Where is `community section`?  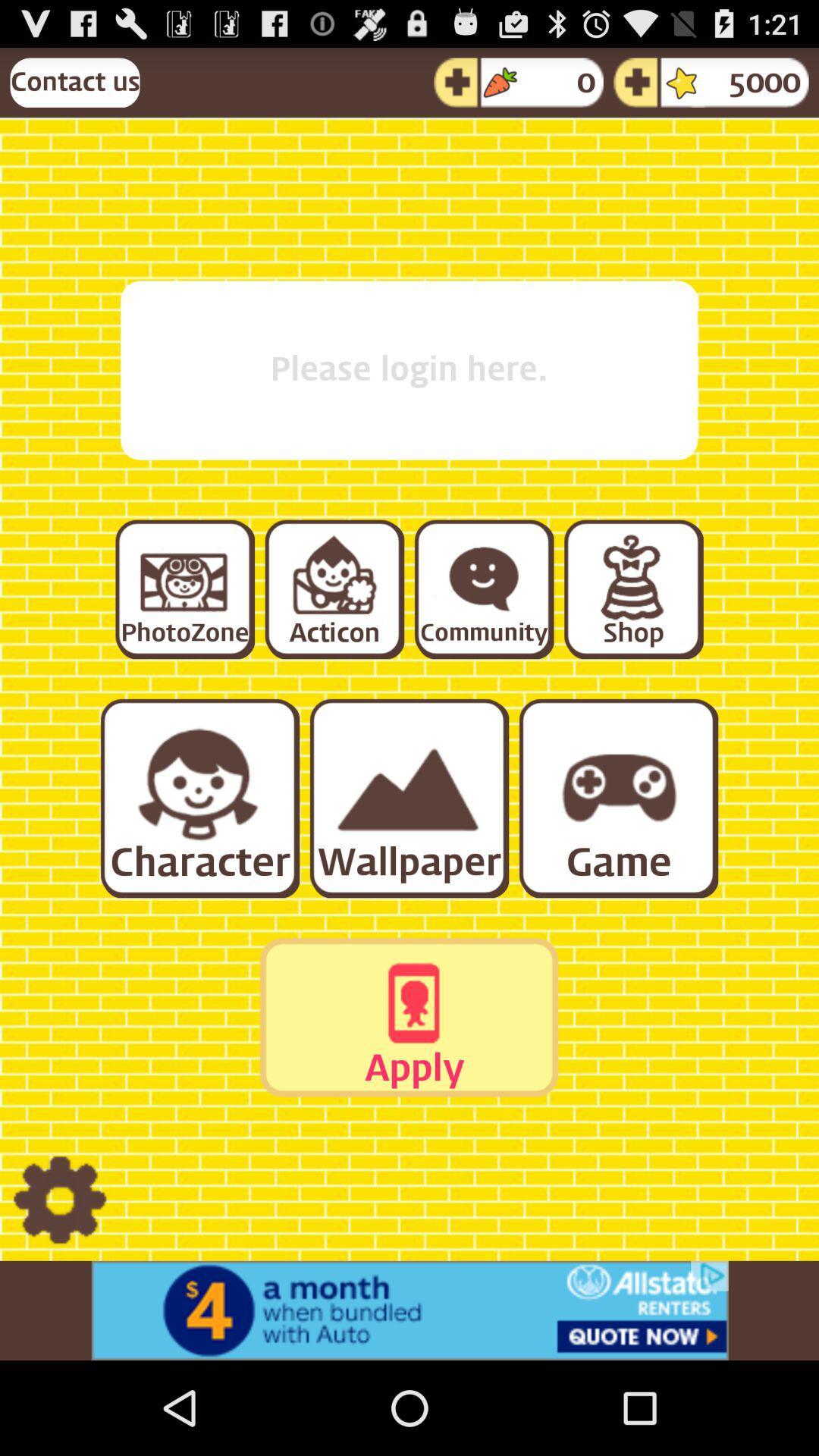 community section is located at coordinates (483, 588).